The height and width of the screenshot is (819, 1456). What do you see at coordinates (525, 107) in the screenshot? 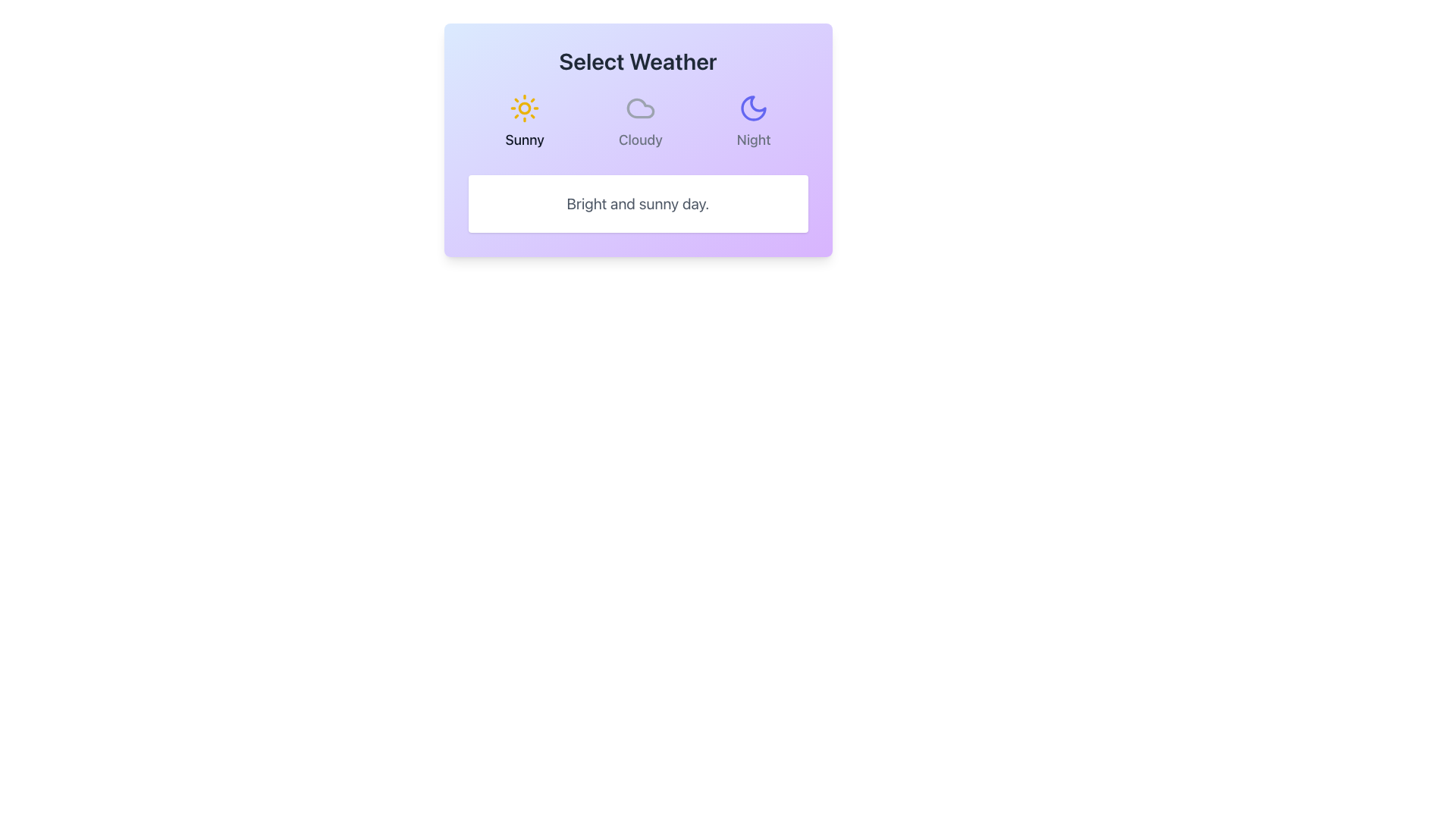
I see `the sun icon, which is the first item in the weather options and is located directly above the label 'Sunny'` at bounding box center [525, 107].